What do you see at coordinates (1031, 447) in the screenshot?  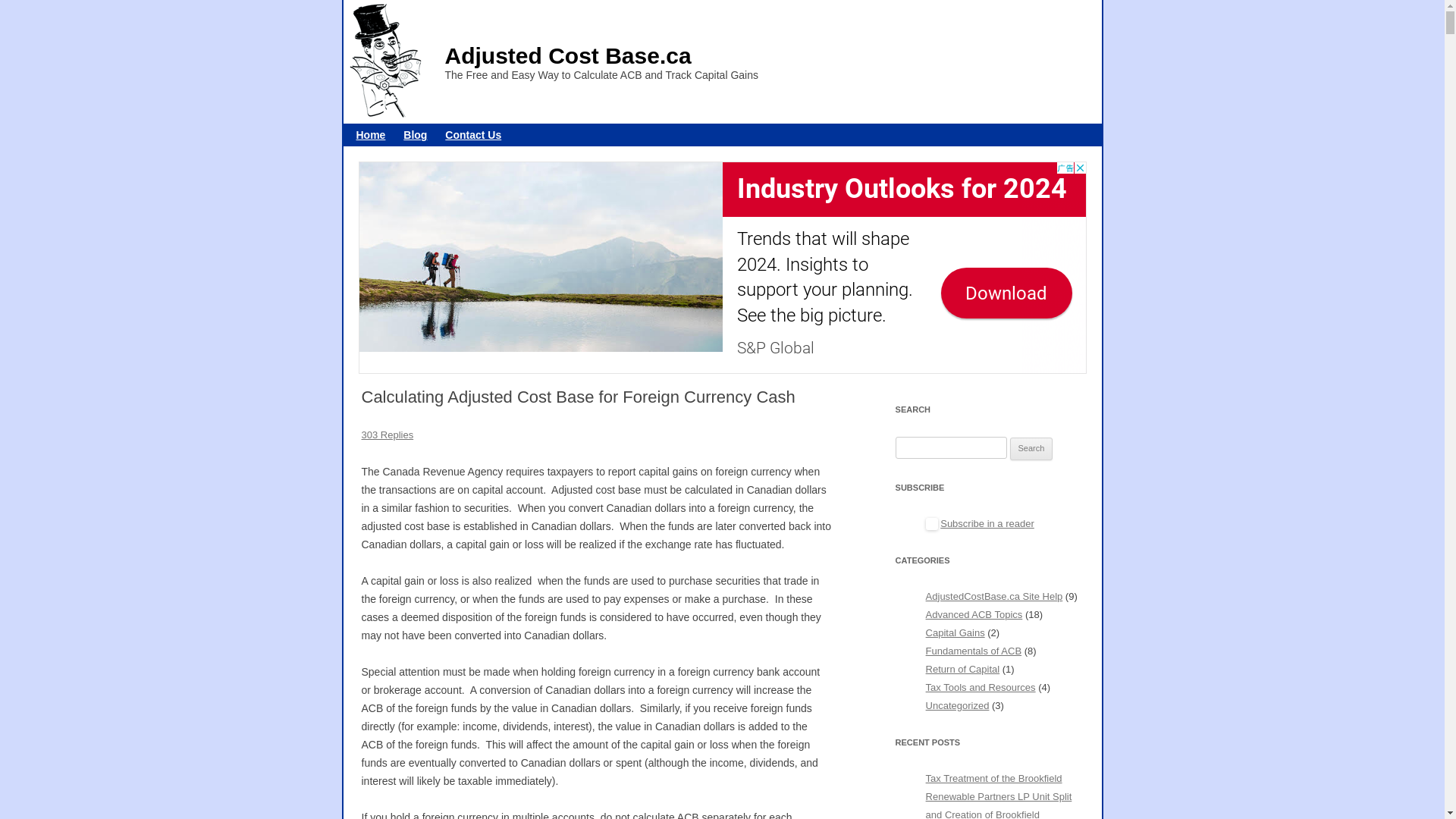 I see `'Search'` at bounding box center [1031, 447].